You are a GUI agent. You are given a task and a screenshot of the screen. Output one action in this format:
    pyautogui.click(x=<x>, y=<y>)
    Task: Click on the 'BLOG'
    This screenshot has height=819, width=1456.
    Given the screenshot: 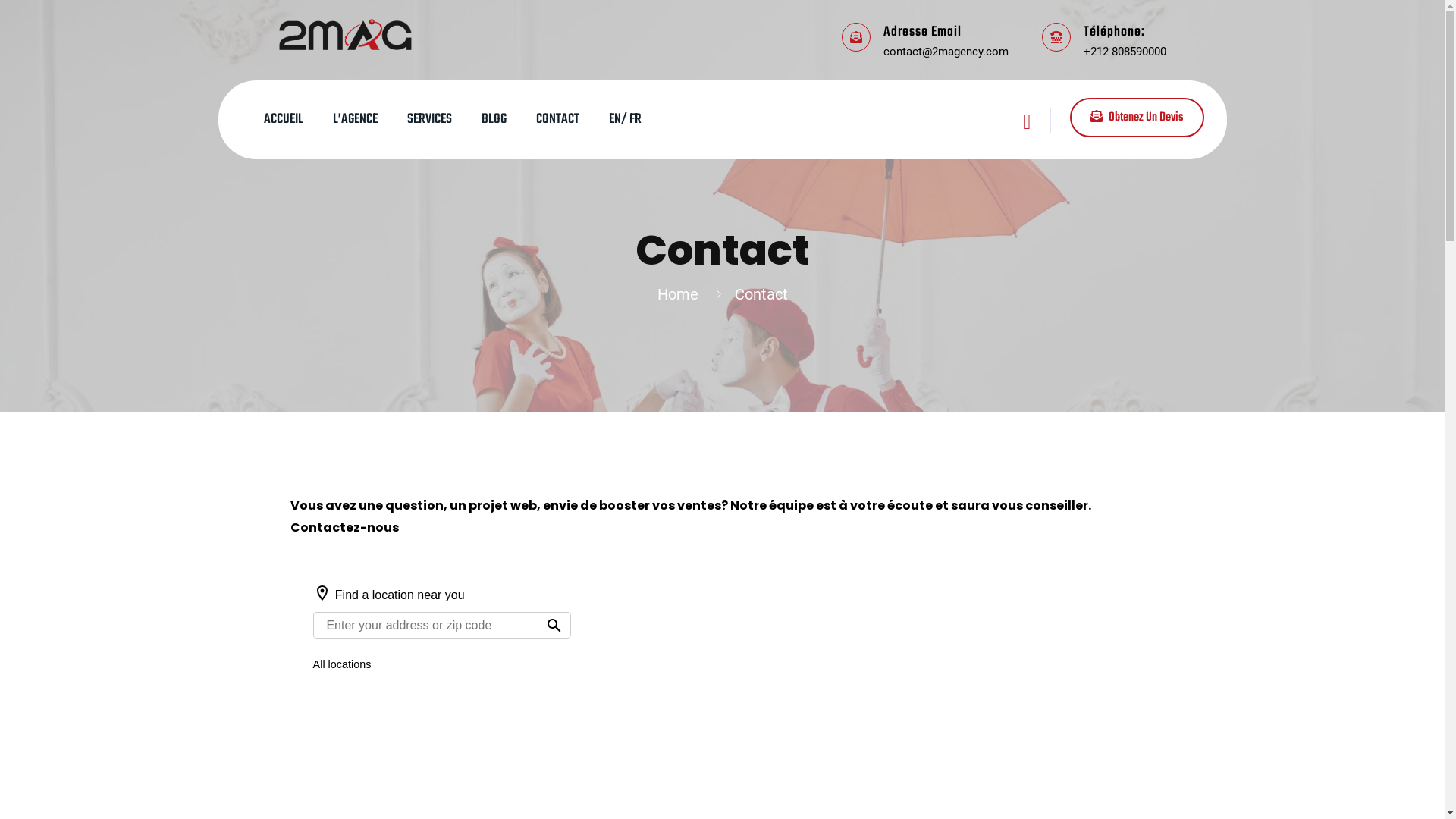 What is the action you would take?
    pyautogui.click(x=493, y=119)
    